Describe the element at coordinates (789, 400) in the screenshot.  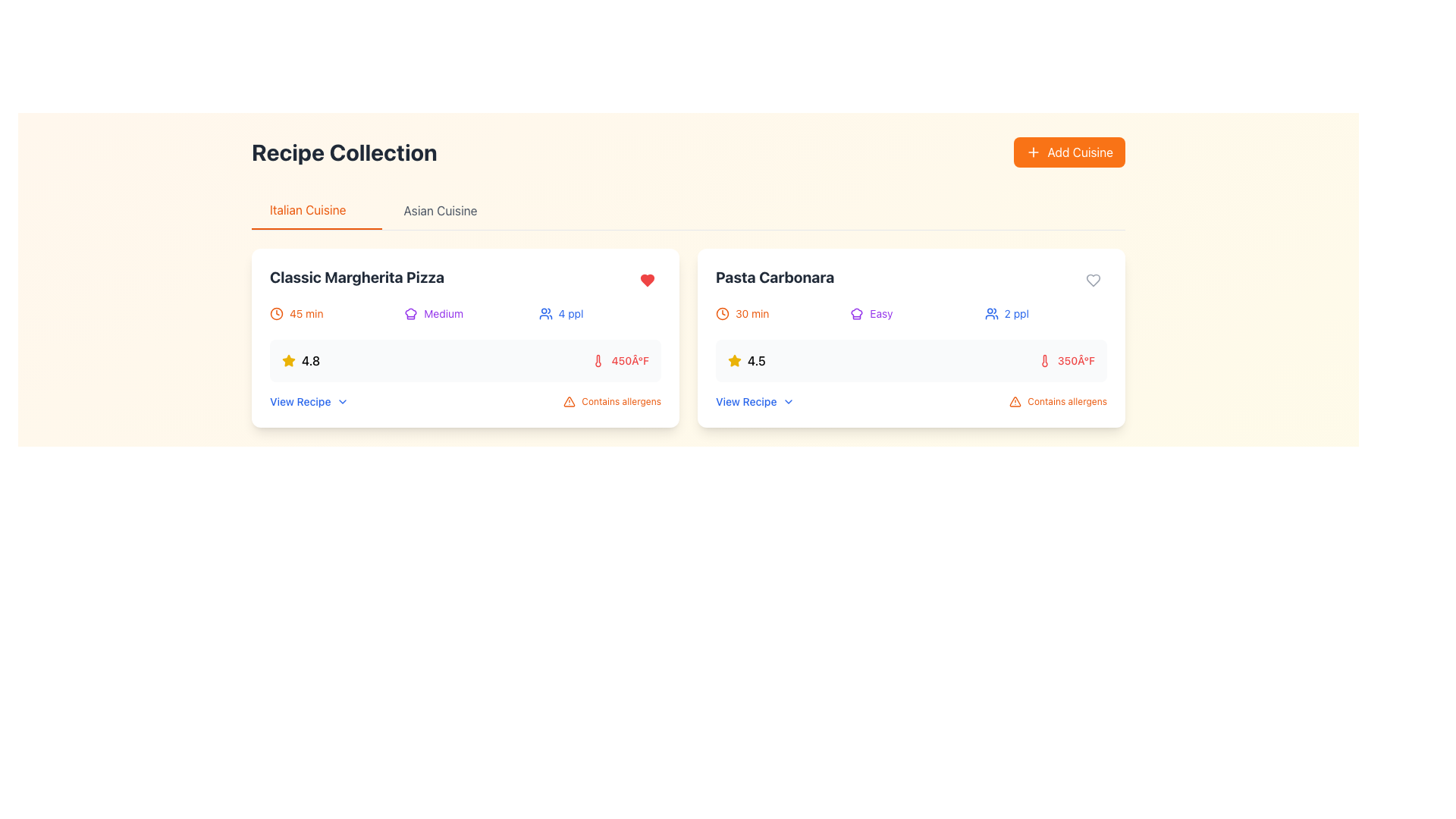
I see `the chevron icon next to the 'View Recipe' text` at that location.